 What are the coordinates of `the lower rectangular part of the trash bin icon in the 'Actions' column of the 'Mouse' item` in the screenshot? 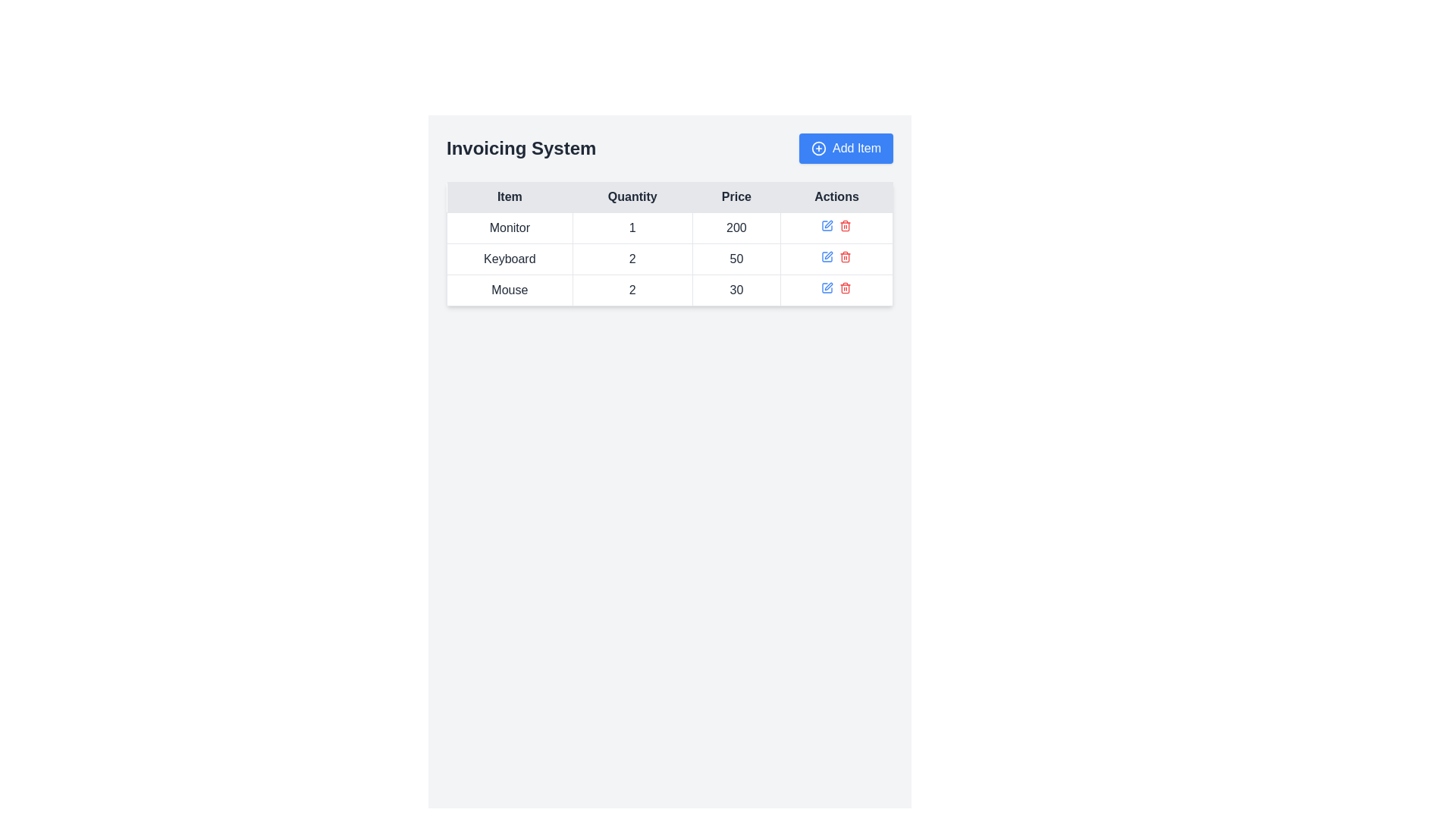 It's located at (845, 289).